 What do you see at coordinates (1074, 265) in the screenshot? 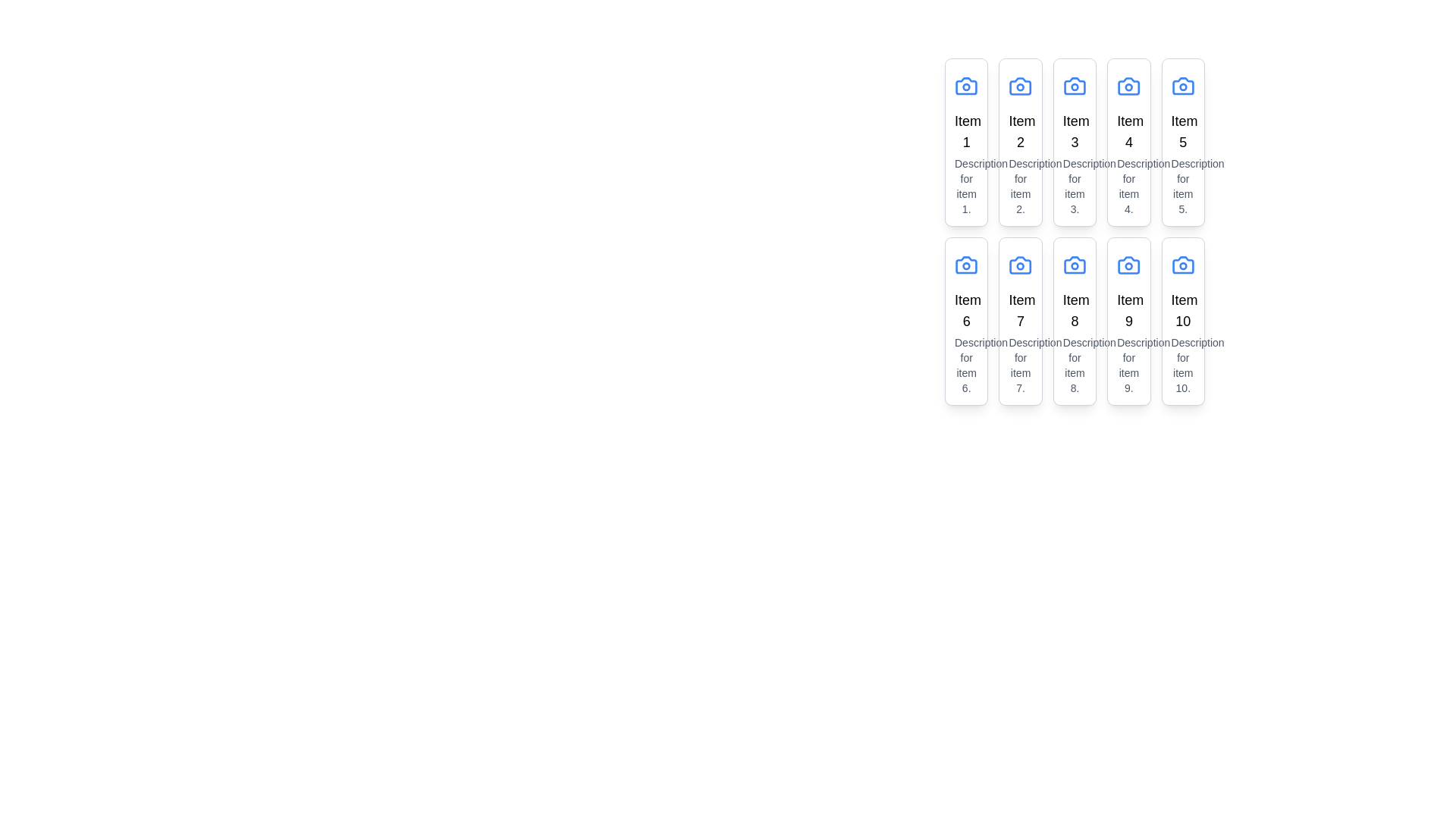
I see `the camera icon located at the top-center of the card labeled 'Item 8' to interact with it` at bounding box center [1074, 265].